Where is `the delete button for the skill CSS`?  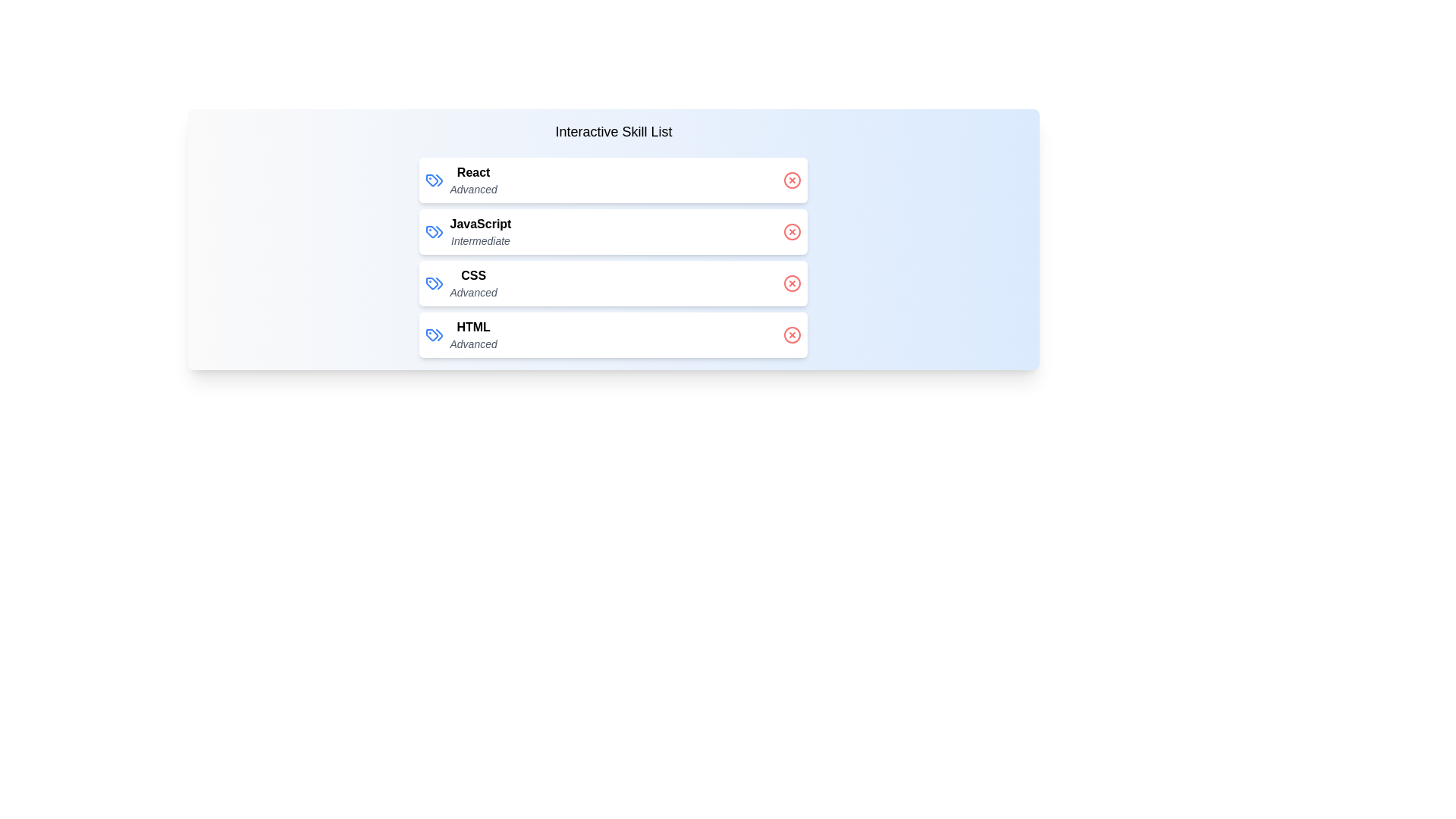
the delete button for the skill CSS is located at coordinates (792, 284).